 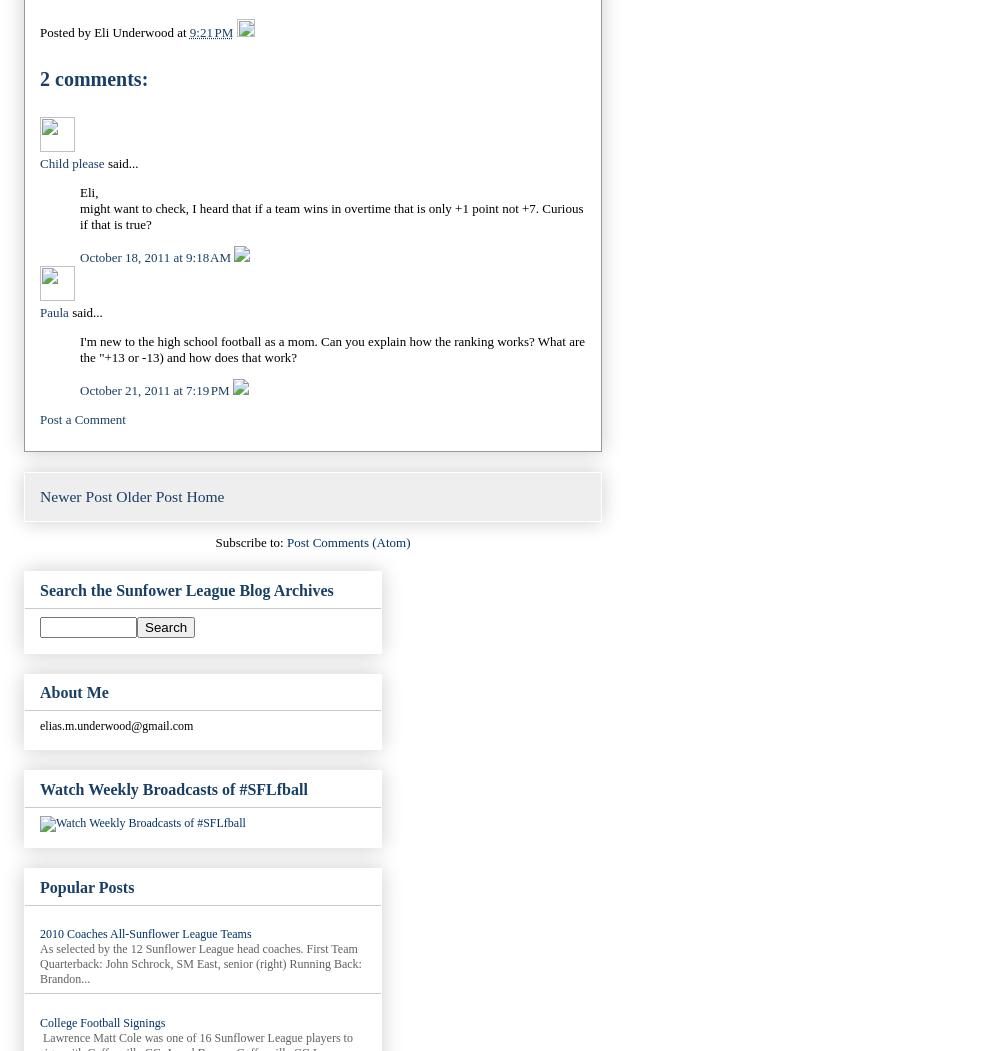 What do you see at coordinates (71, 163) in the screenshot?
I see `'Child please'` at bounding box center [71, 163].